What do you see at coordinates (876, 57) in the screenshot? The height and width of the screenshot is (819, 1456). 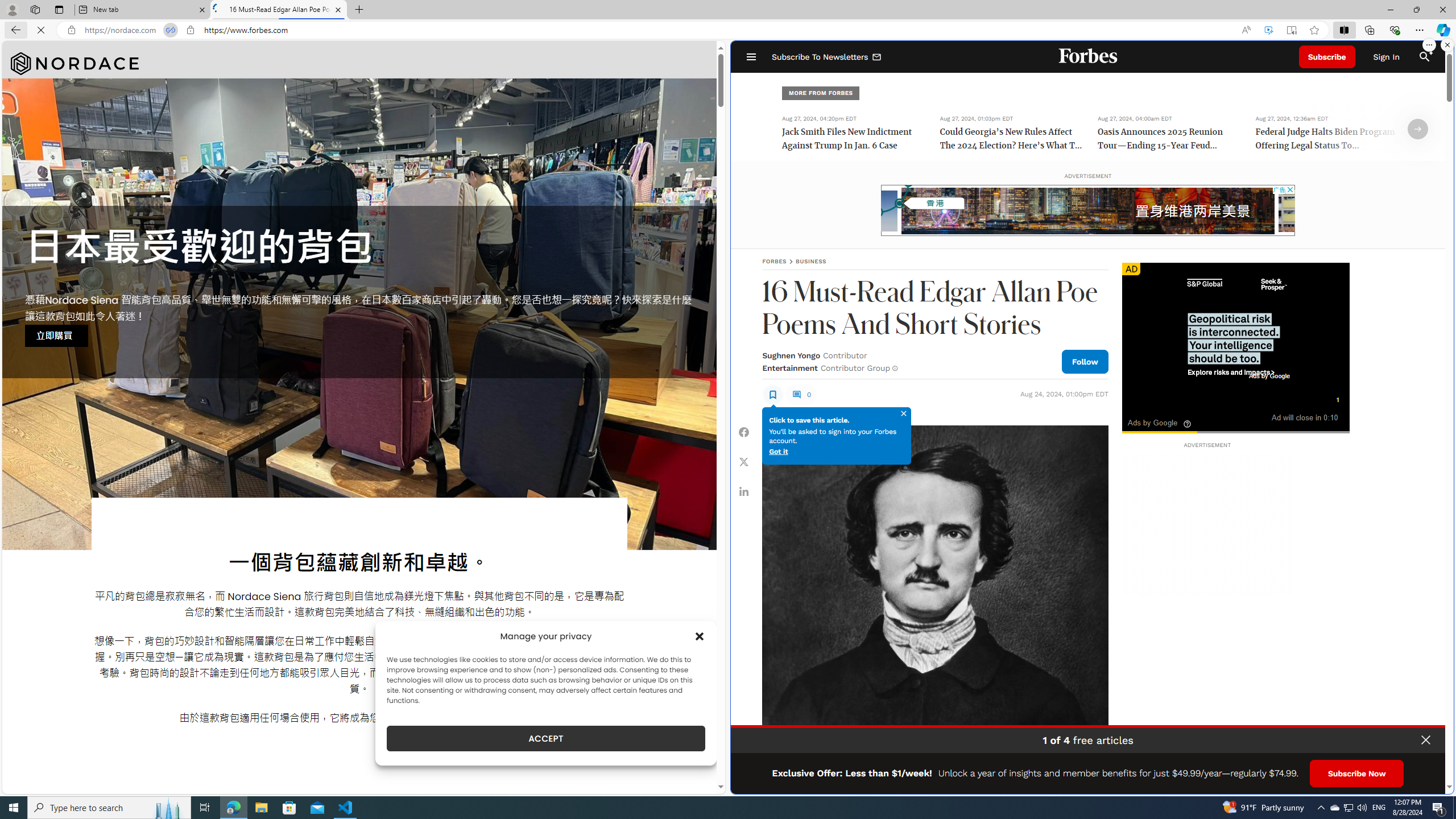 I see `'Class: envelope_svg__fs-icon envelope_svg__fs-icon--envelope'` at bounding box center [876, 57].